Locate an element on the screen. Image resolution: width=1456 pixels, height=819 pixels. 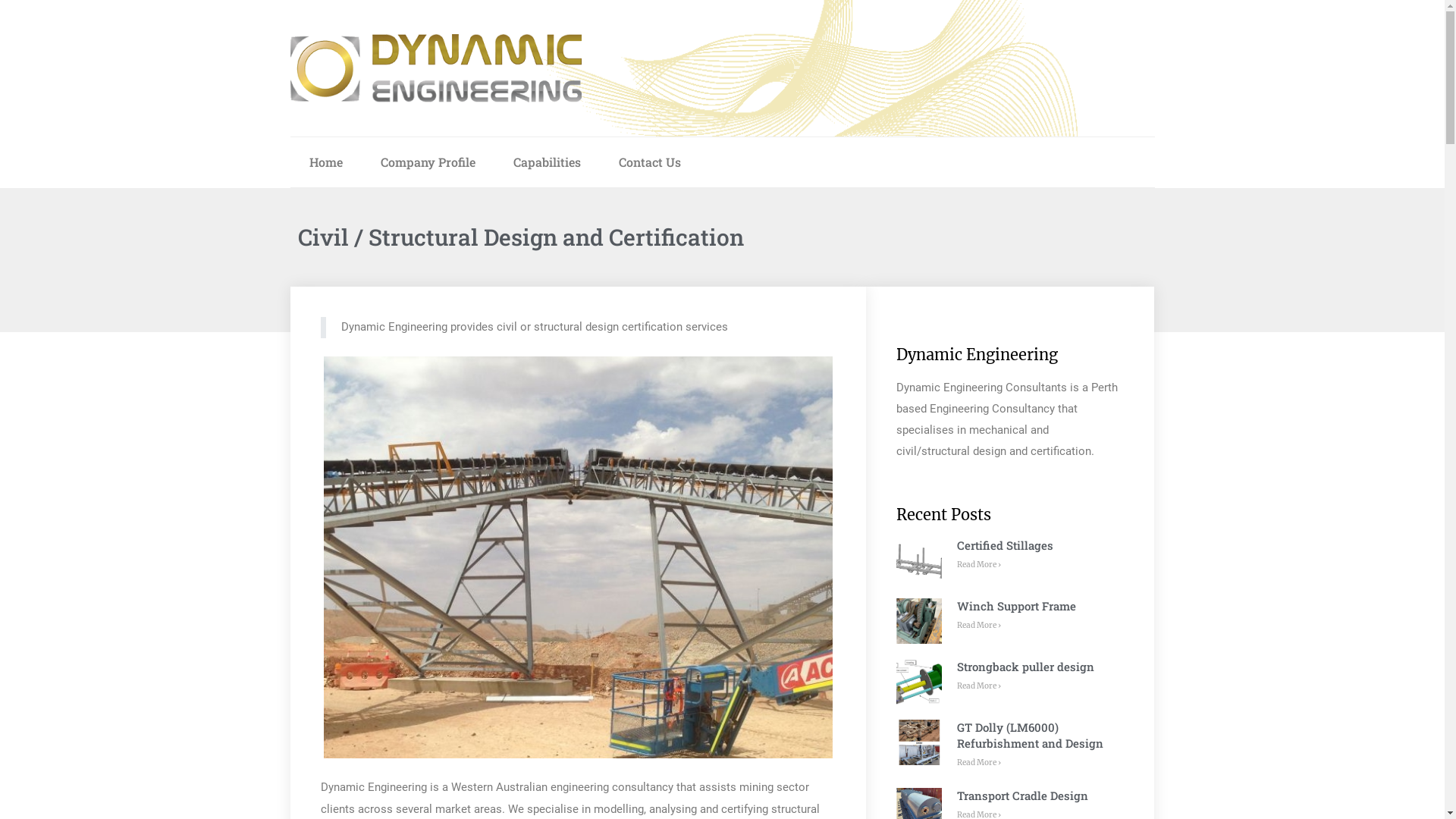
'Contact Us' is located at coordinates (598, 162).